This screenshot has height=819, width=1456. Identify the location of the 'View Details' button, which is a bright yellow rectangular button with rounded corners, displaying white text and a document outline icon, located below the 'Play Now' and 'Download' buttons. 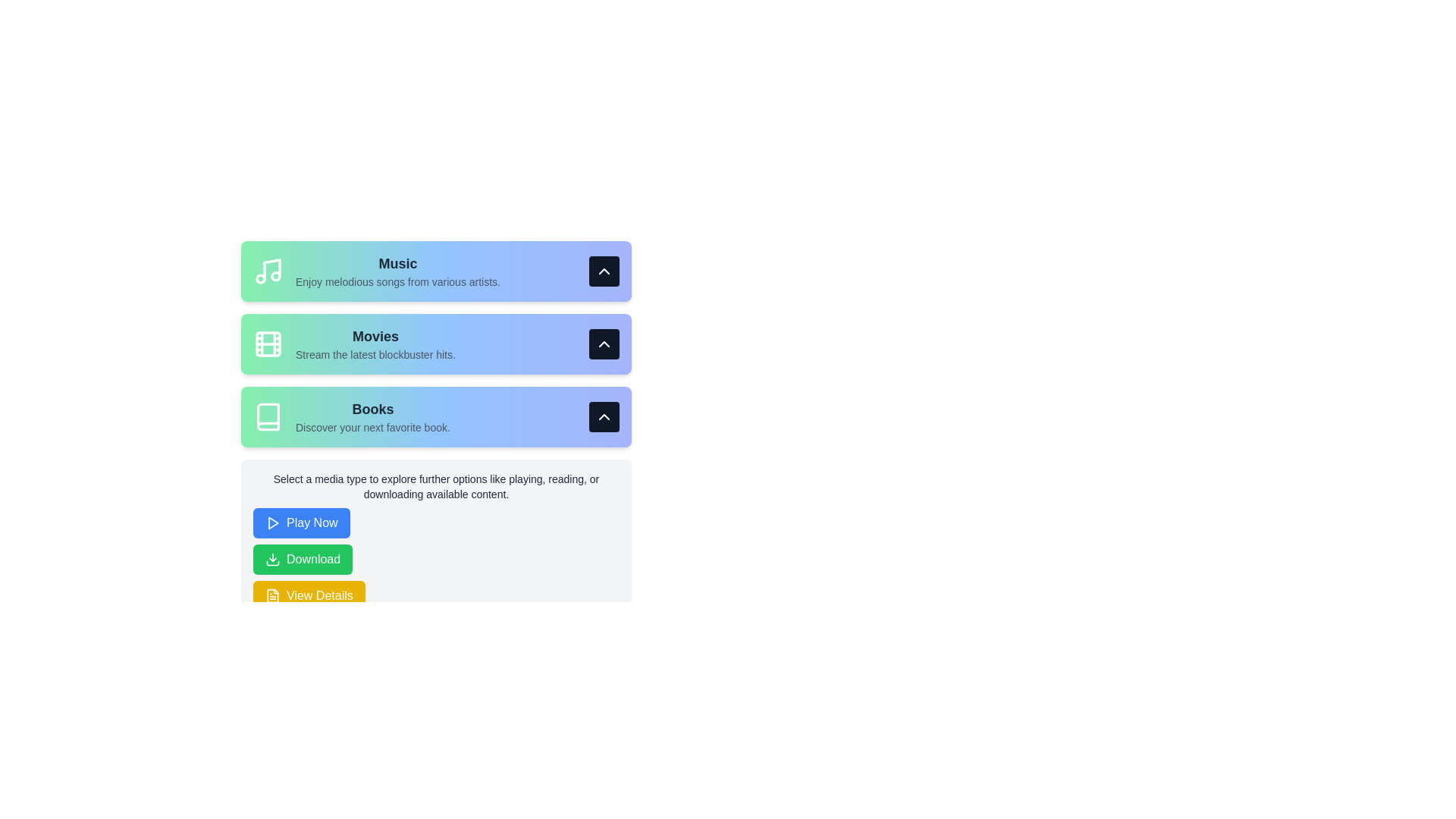
(308, 595).